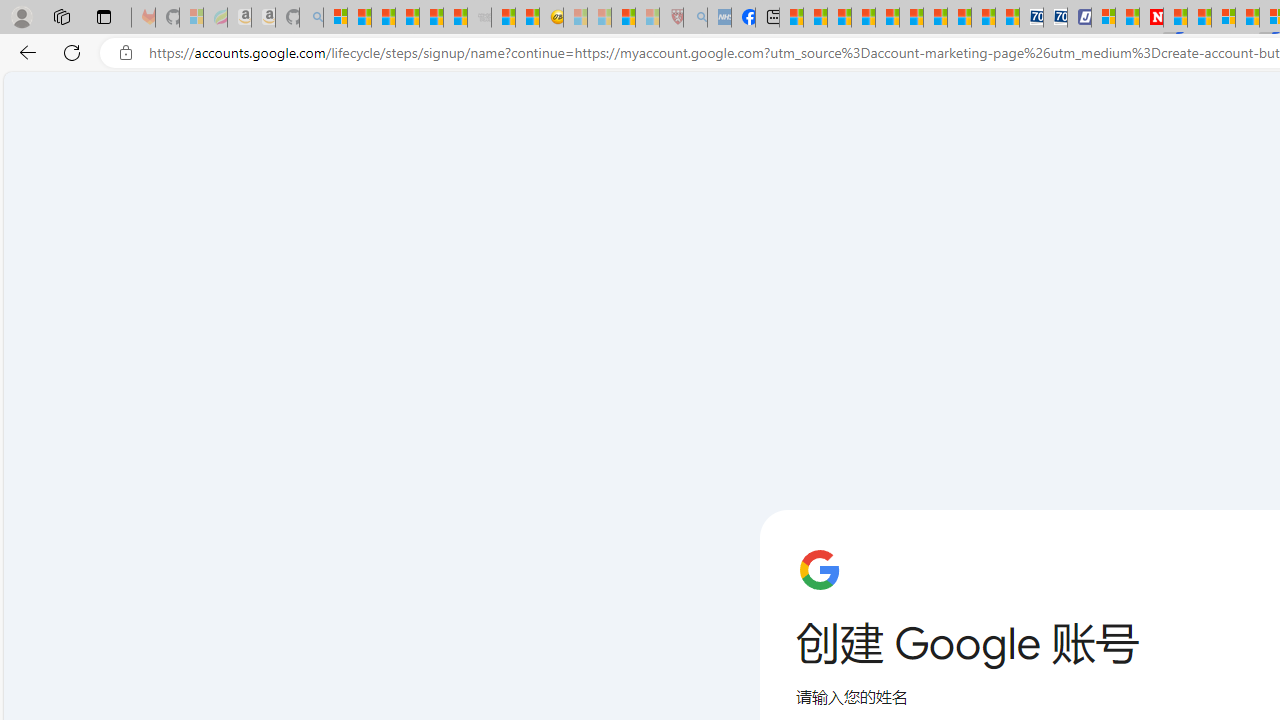 The image size is (1280, 720). Describe the element at coordinates (1031, 17) in the screenshot. I see `'Cheap Car Rentals - Save70.com'` at that location.